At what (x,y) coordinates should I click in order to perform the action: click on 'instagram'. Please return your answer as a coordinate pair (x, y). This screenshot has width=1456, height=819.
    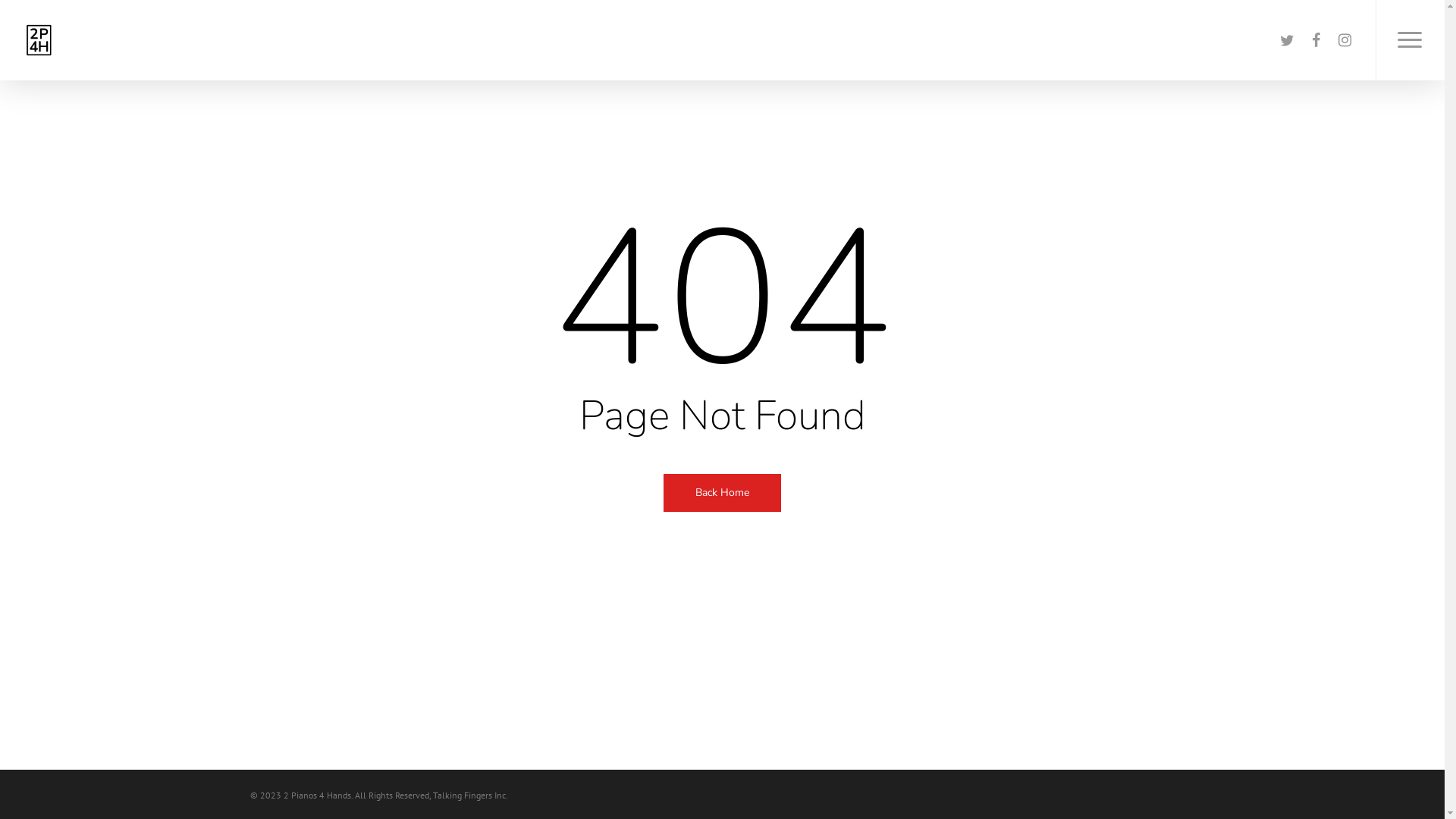
    Looking at the image, I should click on (1344, 39).